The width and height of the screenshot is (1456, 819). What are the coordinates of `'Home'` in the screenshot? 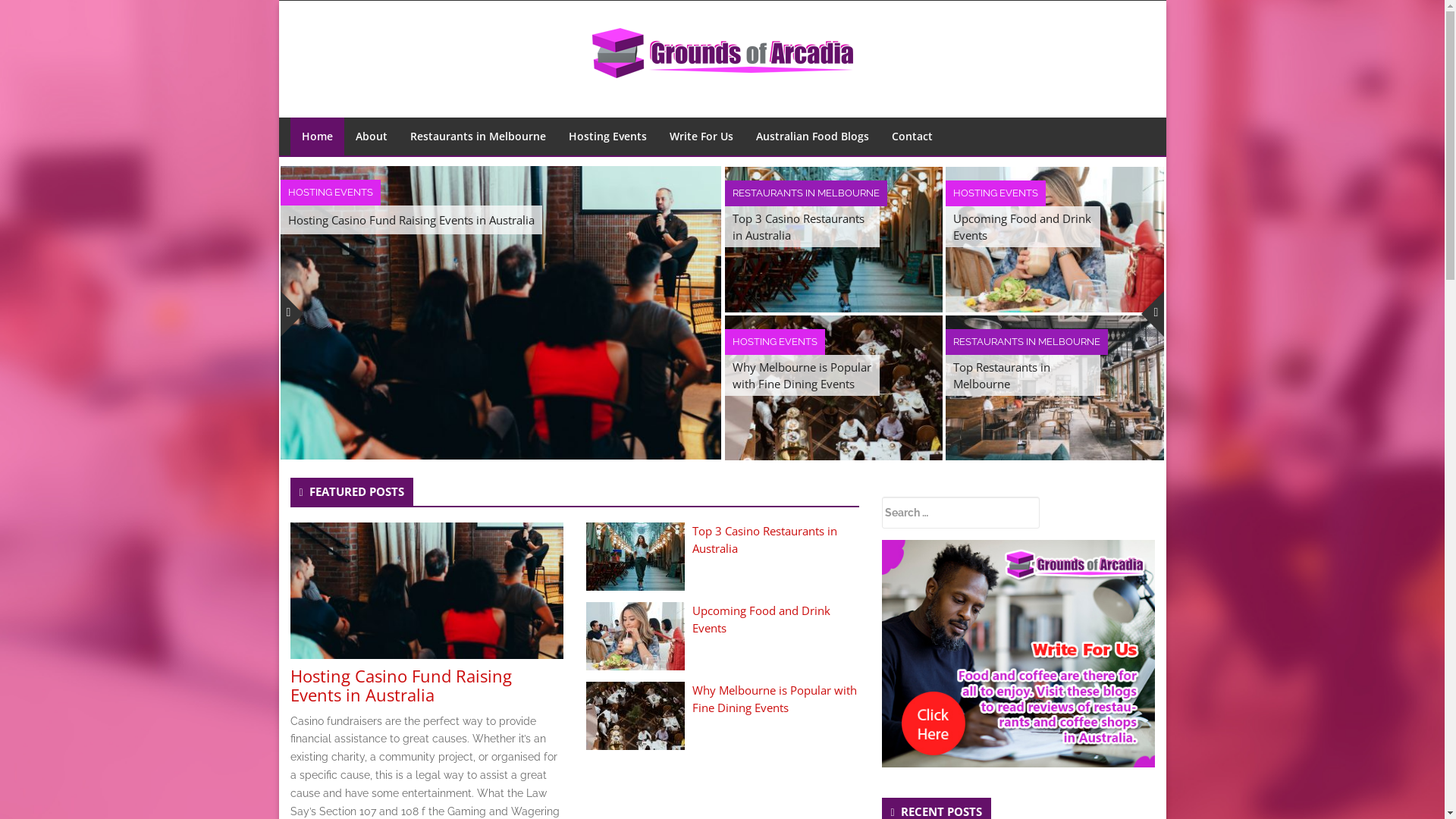 It's located at (315, 136).